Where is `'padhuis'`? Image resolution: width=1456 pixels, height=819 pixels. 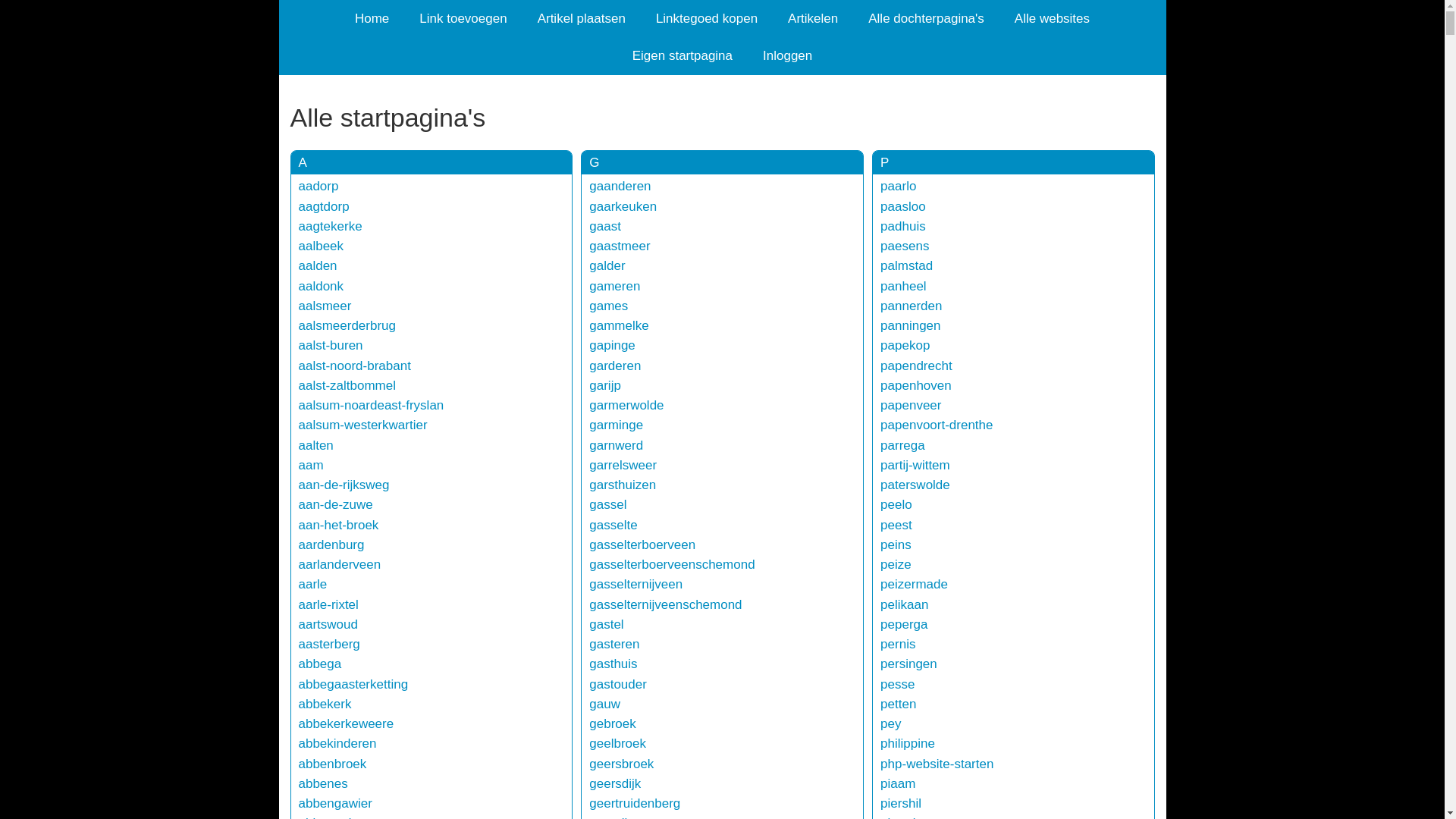 'padhuis' is located at coordinates (902, 226).